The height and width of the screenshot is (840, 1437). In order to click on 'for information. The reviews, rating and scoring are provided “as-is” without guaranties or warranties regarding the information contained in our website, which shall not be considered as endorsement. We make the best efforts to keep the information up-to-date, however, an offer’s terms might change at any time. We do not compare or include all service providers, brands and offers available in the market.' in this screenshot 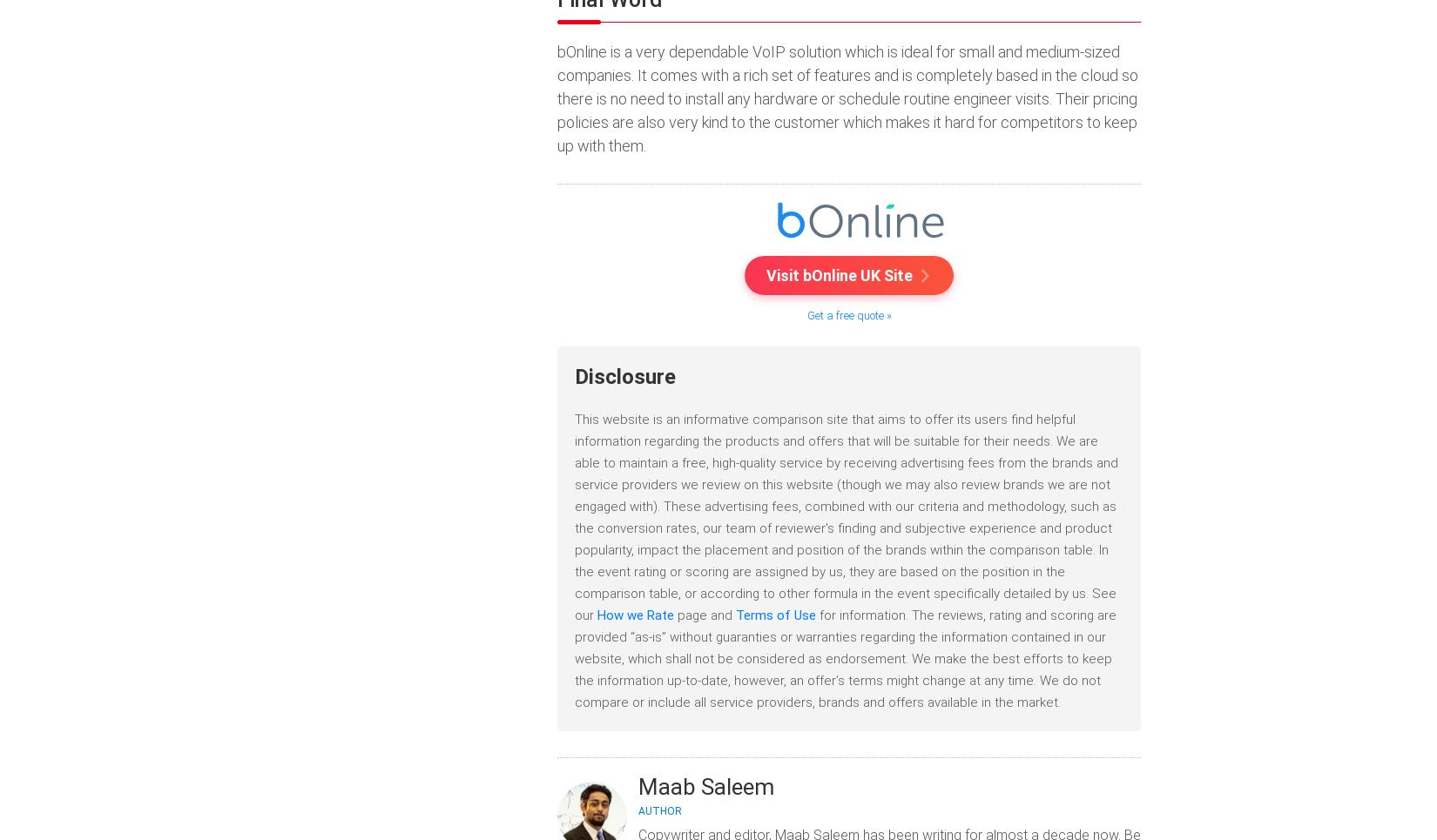, I will do `click(846, 656)`.